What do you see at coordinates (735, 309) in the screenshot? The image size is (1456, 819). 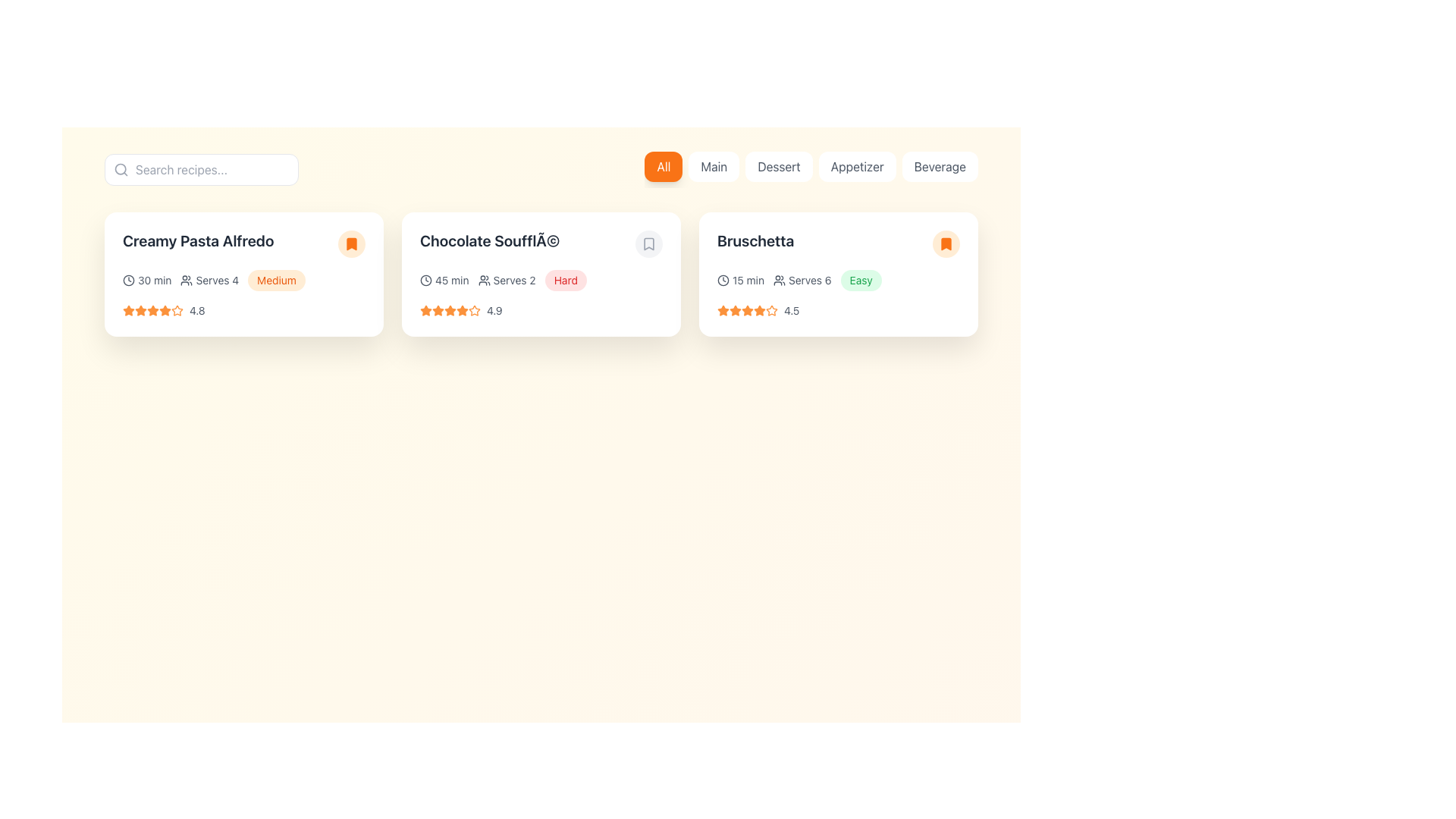 I see `the third star from the left in the series of five stars below the 'Bruschetta' card to rate or view details` at bounding box center [735, 309].